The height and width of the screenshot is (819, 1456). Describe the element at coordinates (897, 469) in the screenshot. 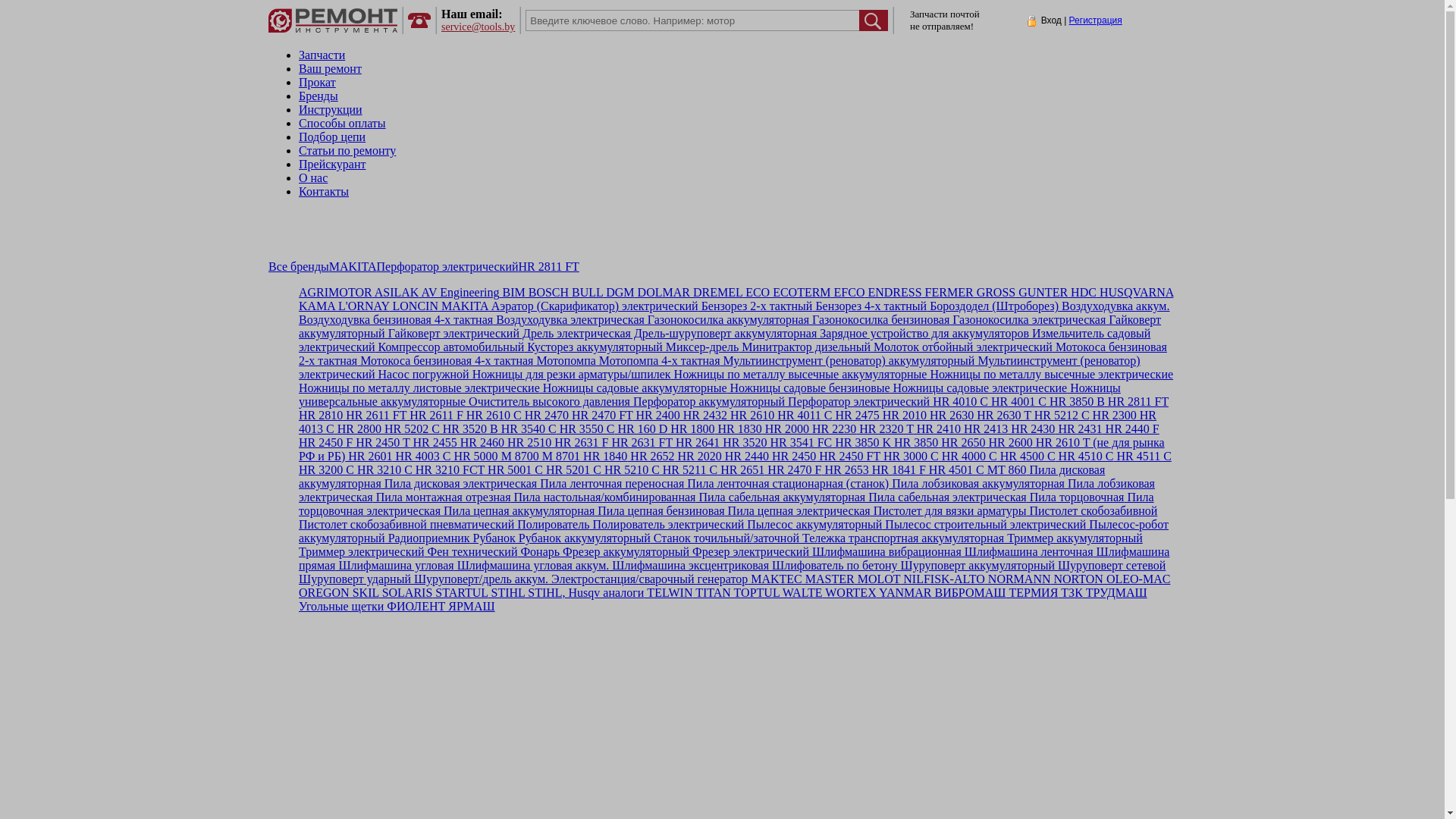

I see `'HR 1841 F'` at that location.